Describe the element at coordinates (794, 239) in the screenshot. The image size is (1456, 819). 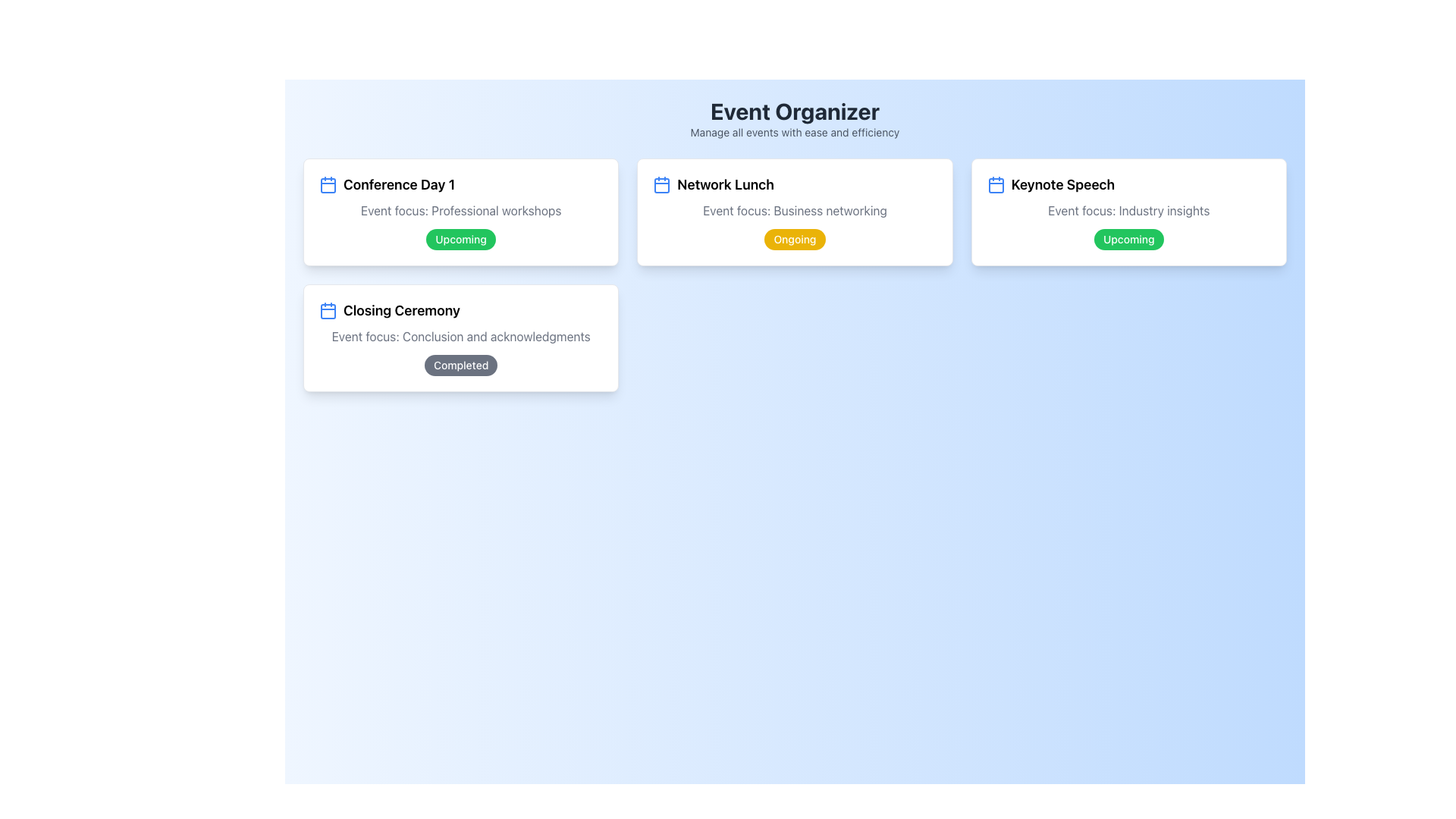
I see `the pill-shaped label with a yellow background and white text reading 'Ongoing', located within the 'Network Lunch' card, positioned towards the bottom-right corner under 'Event focus: Business networking'` at that location.